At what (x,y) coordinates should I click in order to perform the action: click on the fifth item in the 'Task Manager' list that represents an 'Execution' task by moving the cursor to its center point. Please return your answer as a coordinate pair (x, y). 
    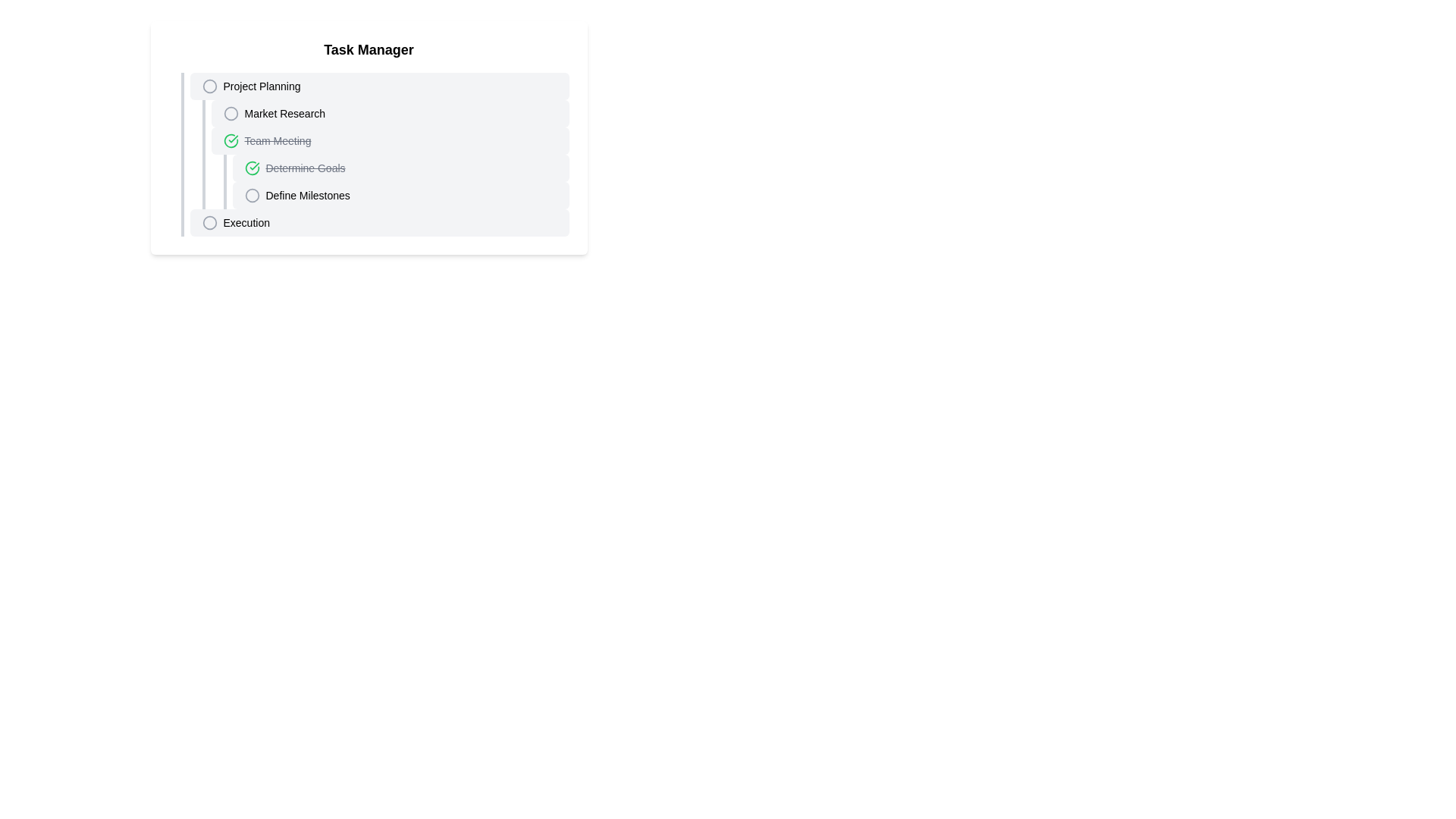
    Looking at the image, I should click on (379, 222).